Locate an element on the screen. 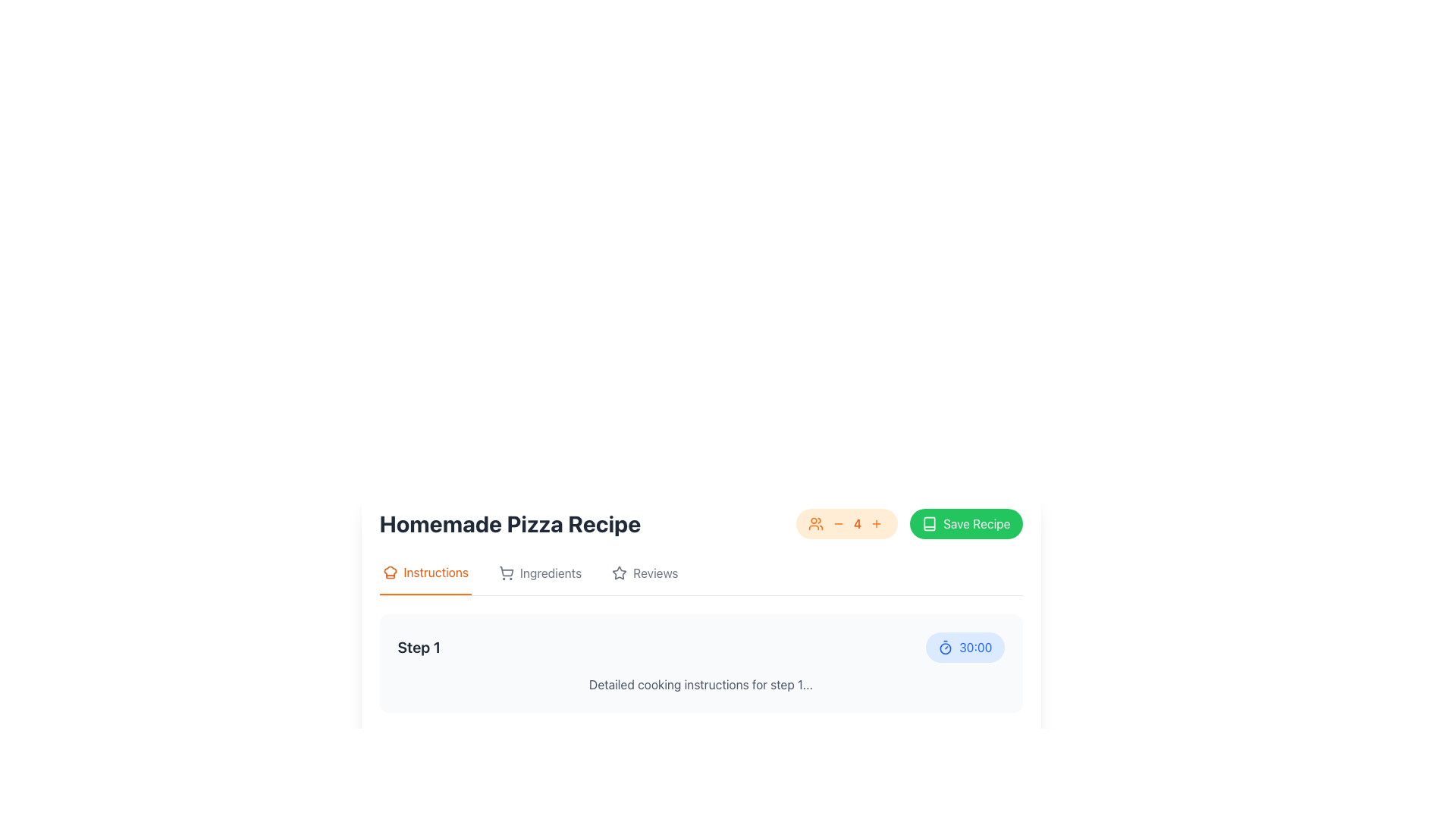  the orange chef's hat icon located to the left of the 'Instructions' text in the tab section above the recipe details is located at coordinates (390, 573).